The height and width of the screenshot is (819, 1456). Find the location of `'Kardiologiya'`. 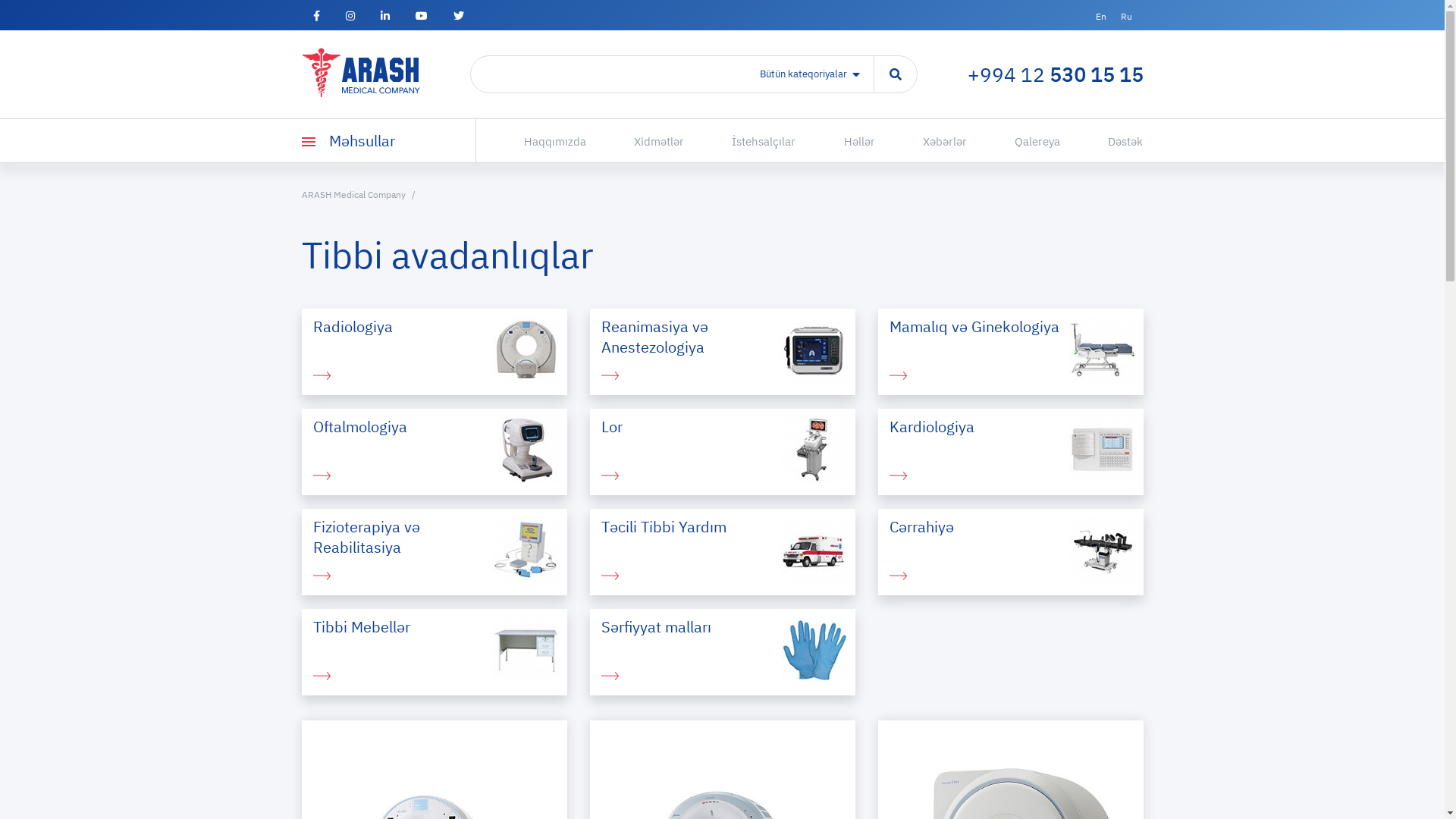

'Kardiologiya' is located at coordinates (1011, 451).